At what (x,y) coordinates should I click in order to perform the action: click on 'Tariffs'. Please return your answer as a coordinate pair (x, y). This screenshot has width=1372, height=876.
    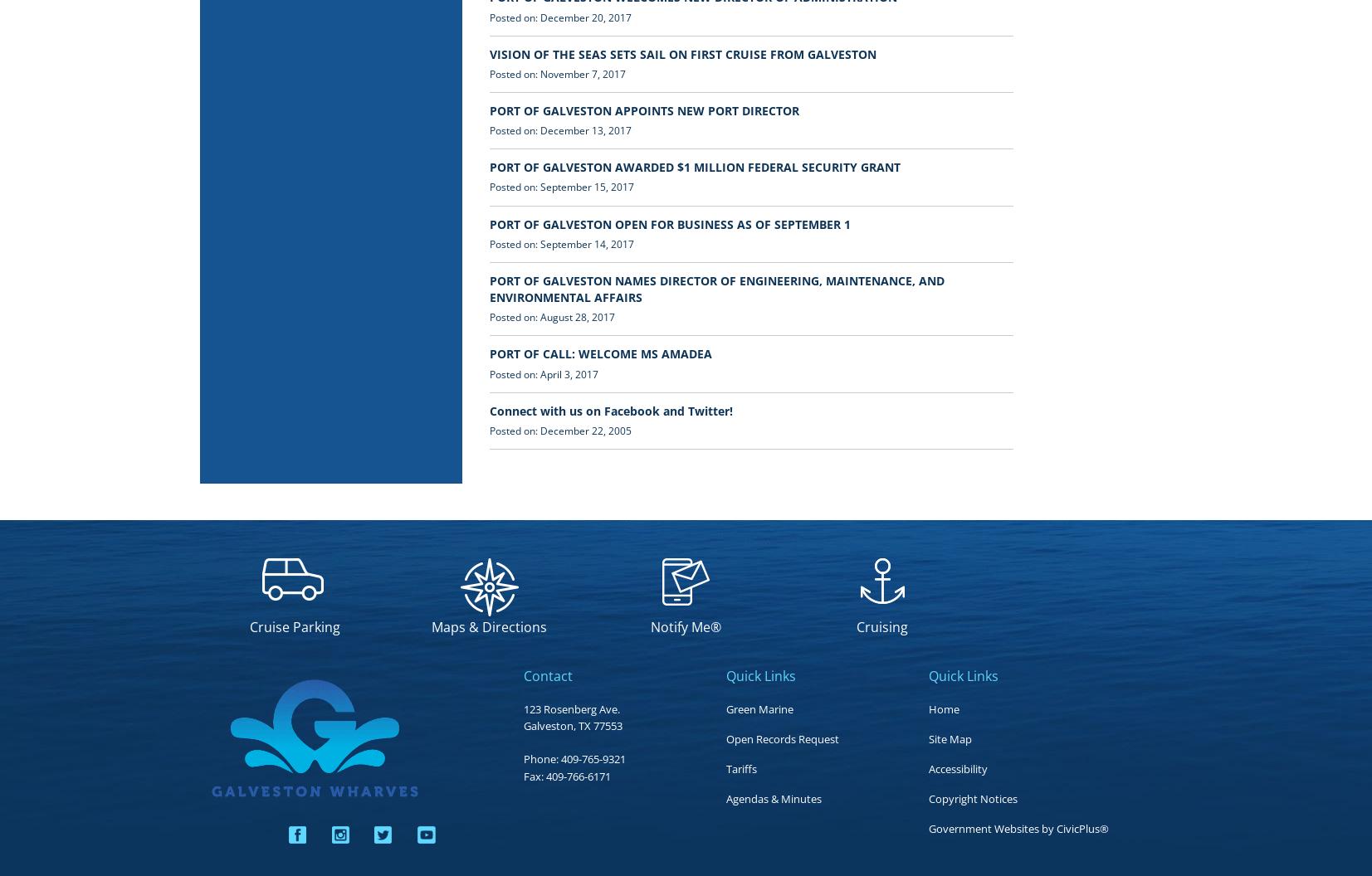
    Looking at the image, I should click on (725, 768).